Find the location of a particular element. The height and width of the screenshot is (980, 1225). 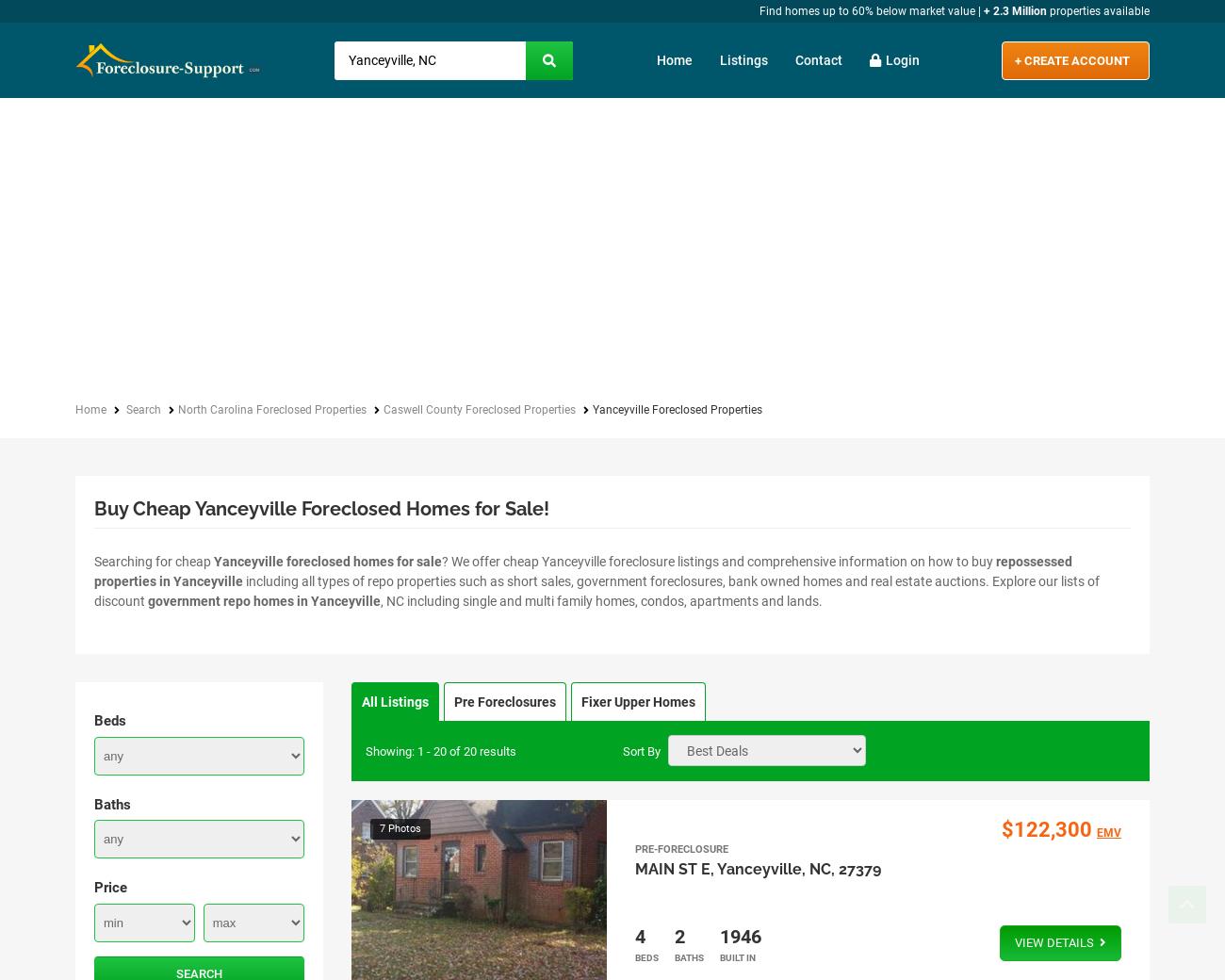

'North Carolina Foreclosed Properties' is located at coordinates (271, 410).